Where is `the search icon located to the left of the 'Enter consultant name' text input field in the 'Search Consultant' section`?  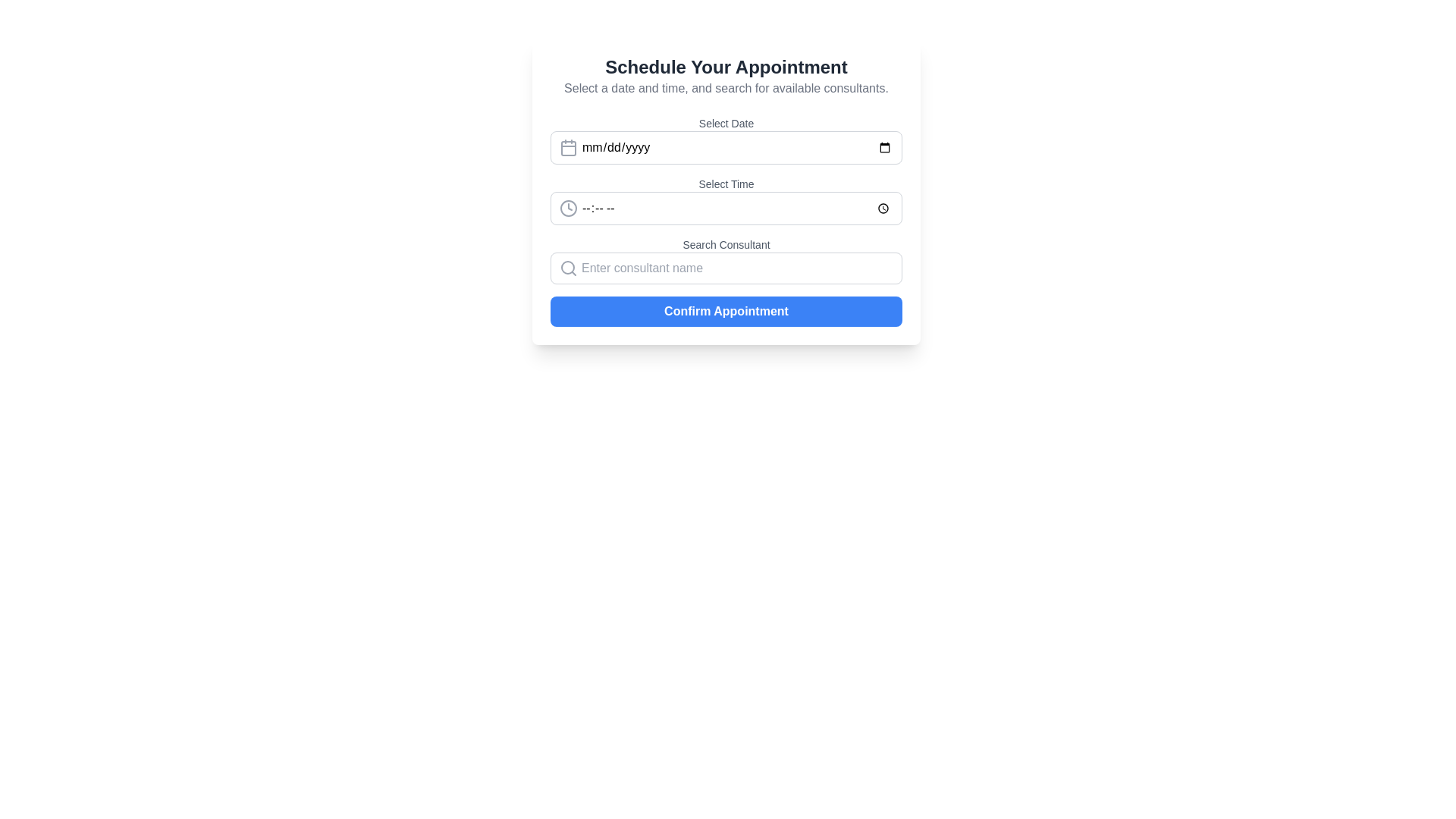
the search icon located to the left of the 'Enter consultant name' text input field in the 'Search Consultant' section is located at coordinates (567, 268).